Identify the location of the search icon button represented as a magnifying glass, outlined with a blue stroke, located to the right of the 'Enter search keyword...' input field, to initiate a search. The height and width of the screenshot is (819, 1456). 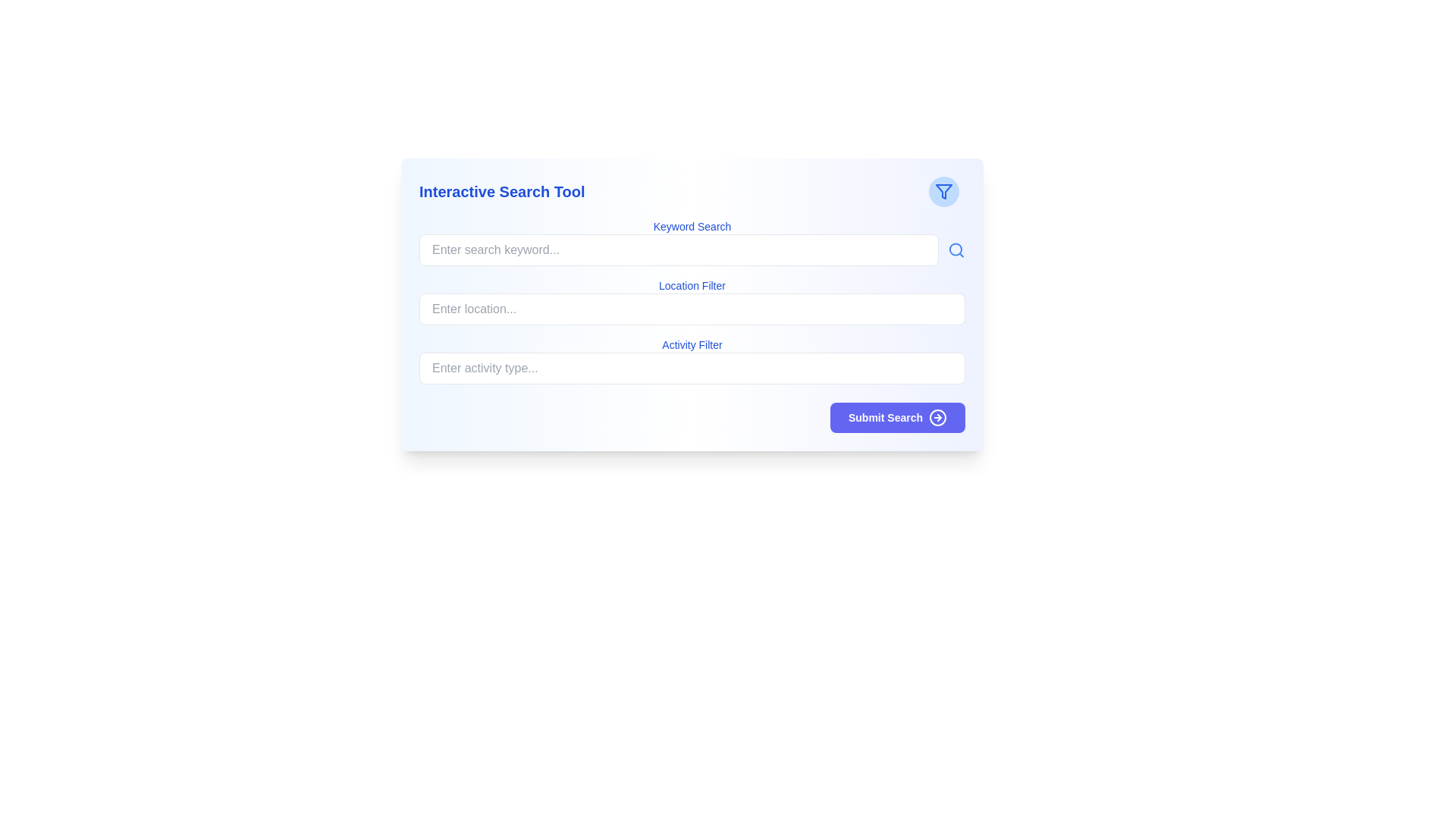
(955, 249).